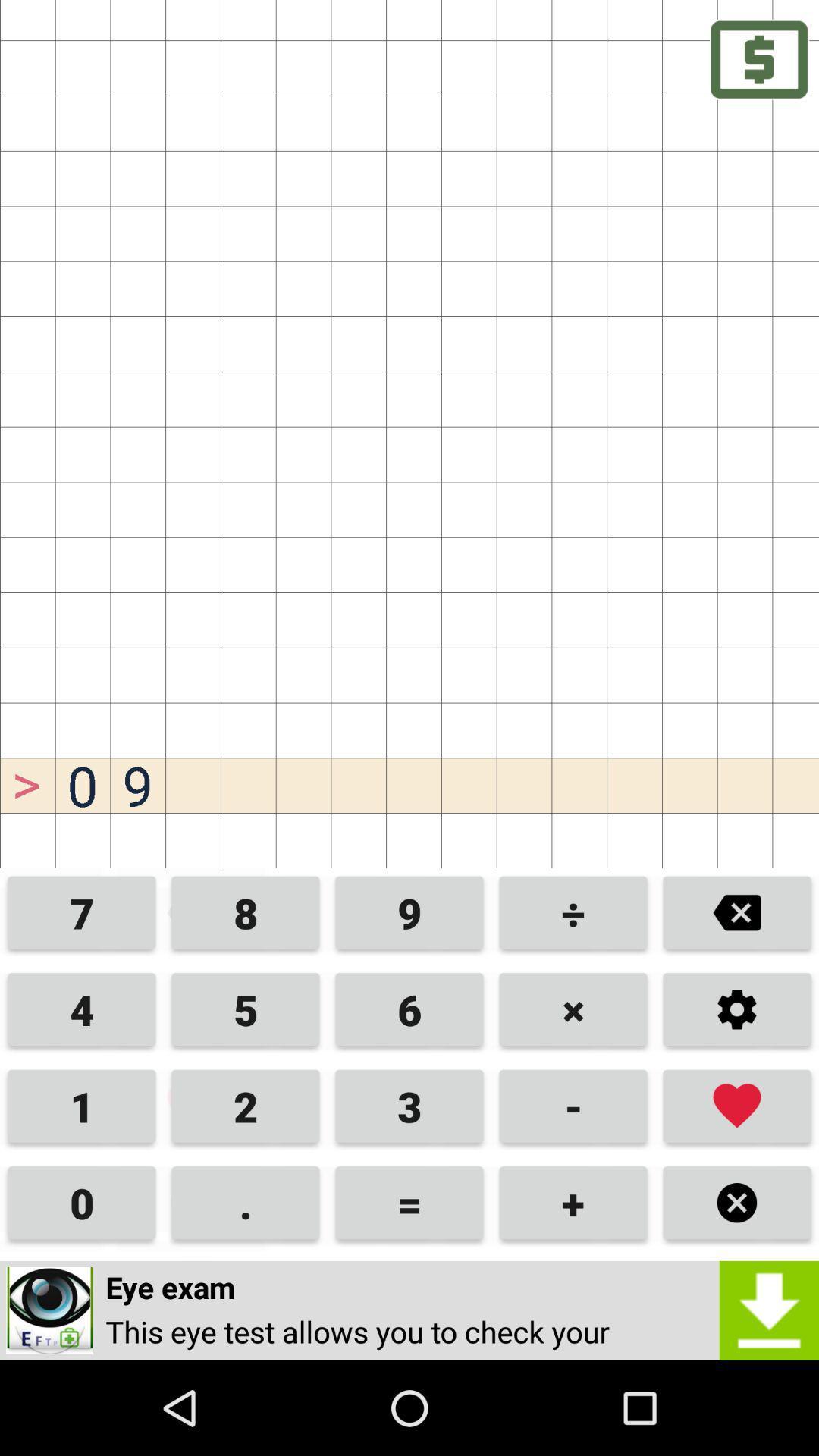  What do you see at coordinates (736, 1202) in the screenshot?
I see `screen` at bounding box center [736, 1202].